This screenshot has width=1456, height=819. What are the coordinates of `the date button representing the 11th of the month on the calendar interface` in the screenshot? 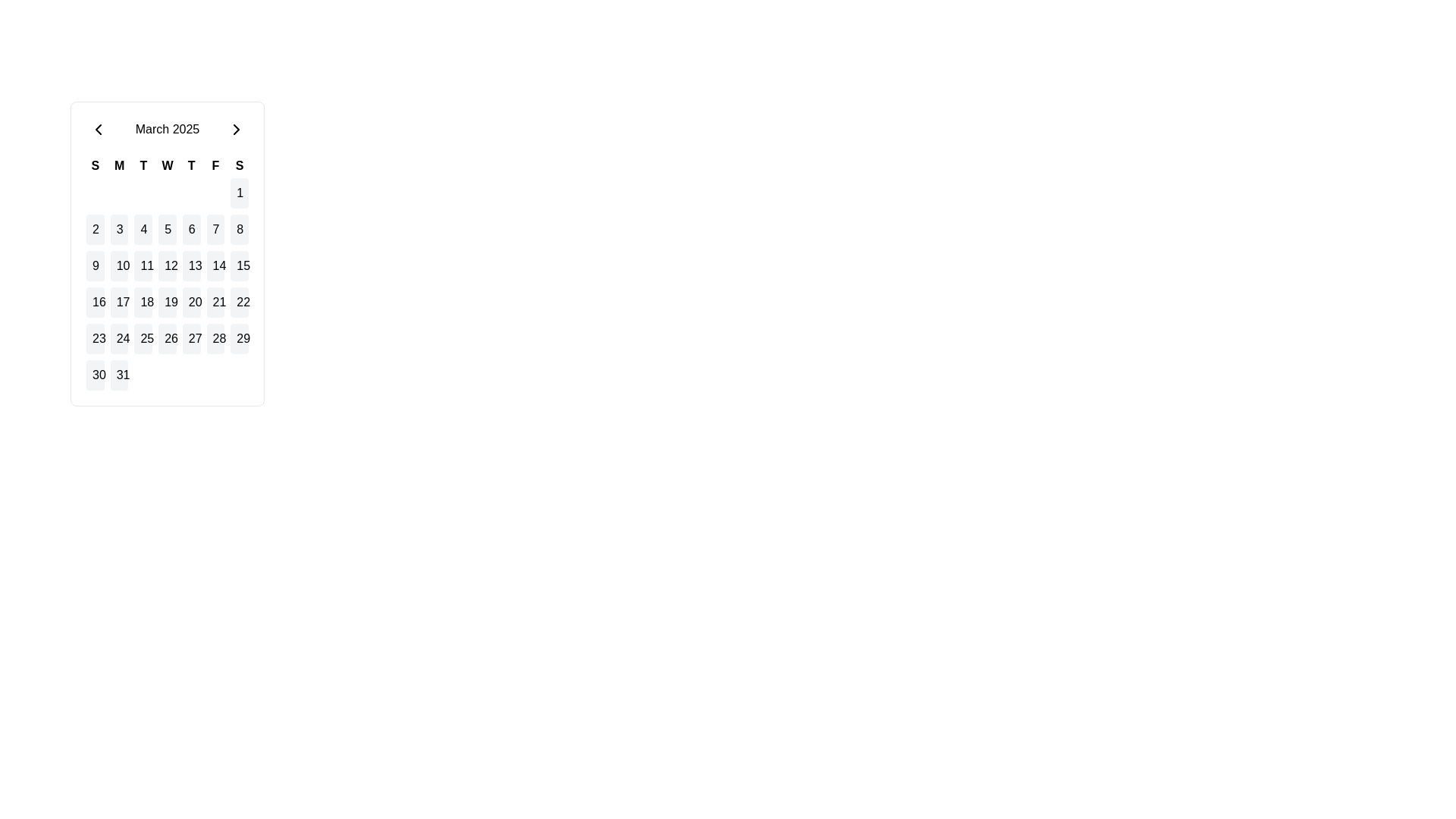 It's located at (143, 265).